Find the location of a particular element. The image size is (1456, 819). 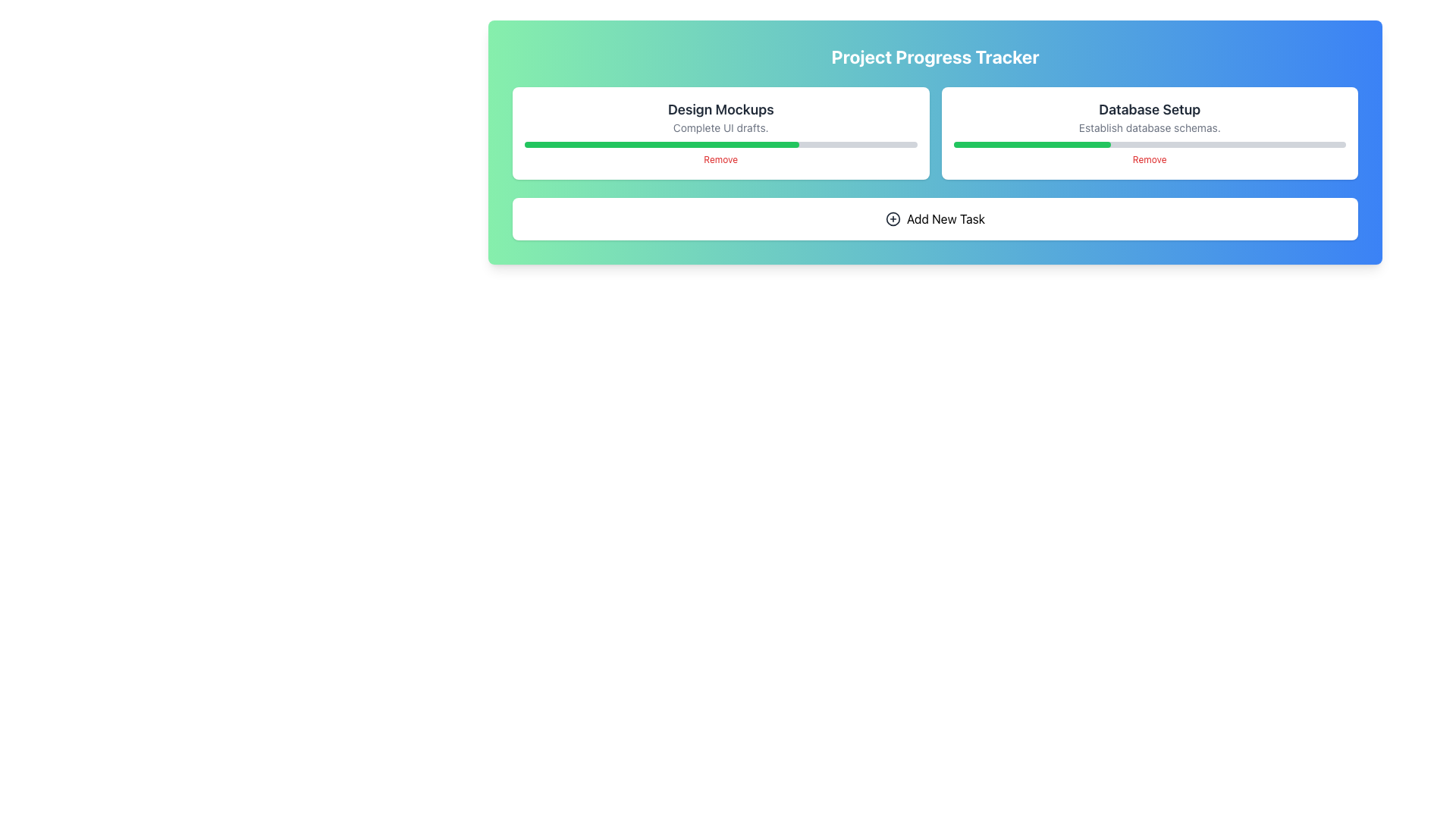

the red text label 'Remove' located in the Database Setup section is located at coordinates (1150, 160).